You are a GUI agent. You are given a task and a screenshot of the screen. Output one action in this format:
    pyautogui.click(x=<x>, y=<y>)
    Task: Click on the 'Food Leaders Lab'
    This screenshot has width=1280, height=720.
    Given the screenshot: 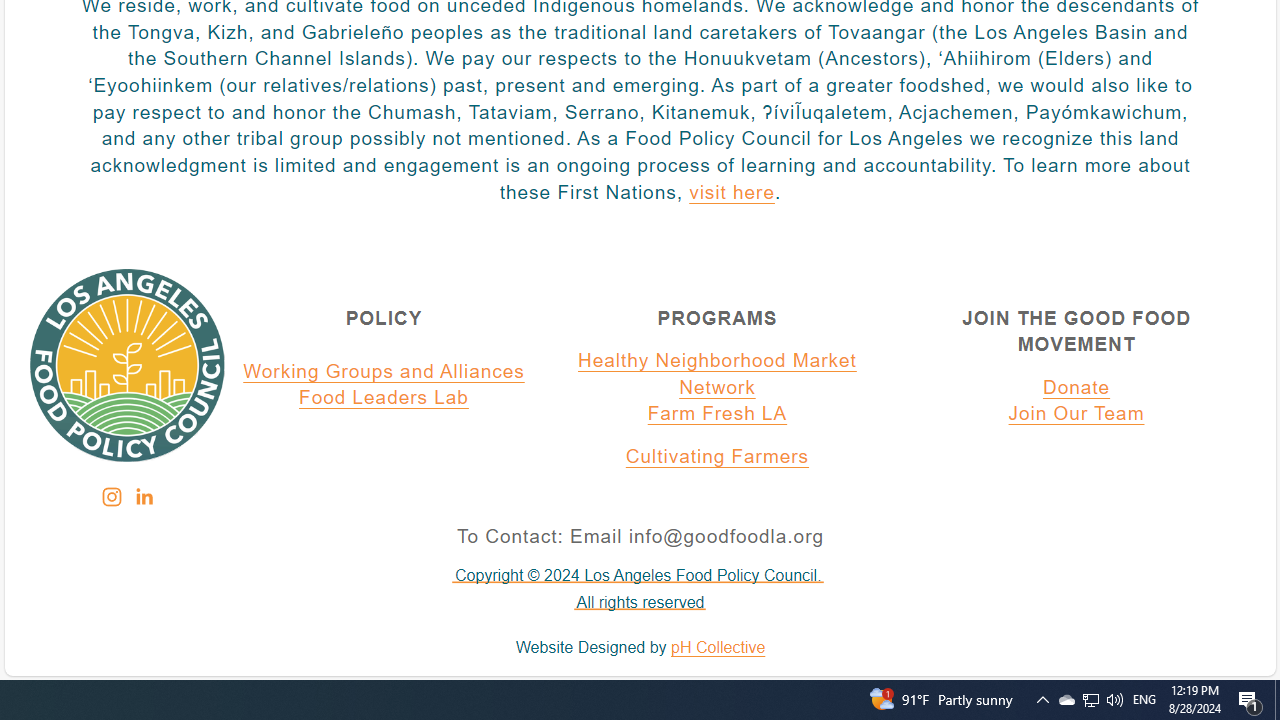 What is the action you would take?
    pyautogui.click(x=384, y=399)
    